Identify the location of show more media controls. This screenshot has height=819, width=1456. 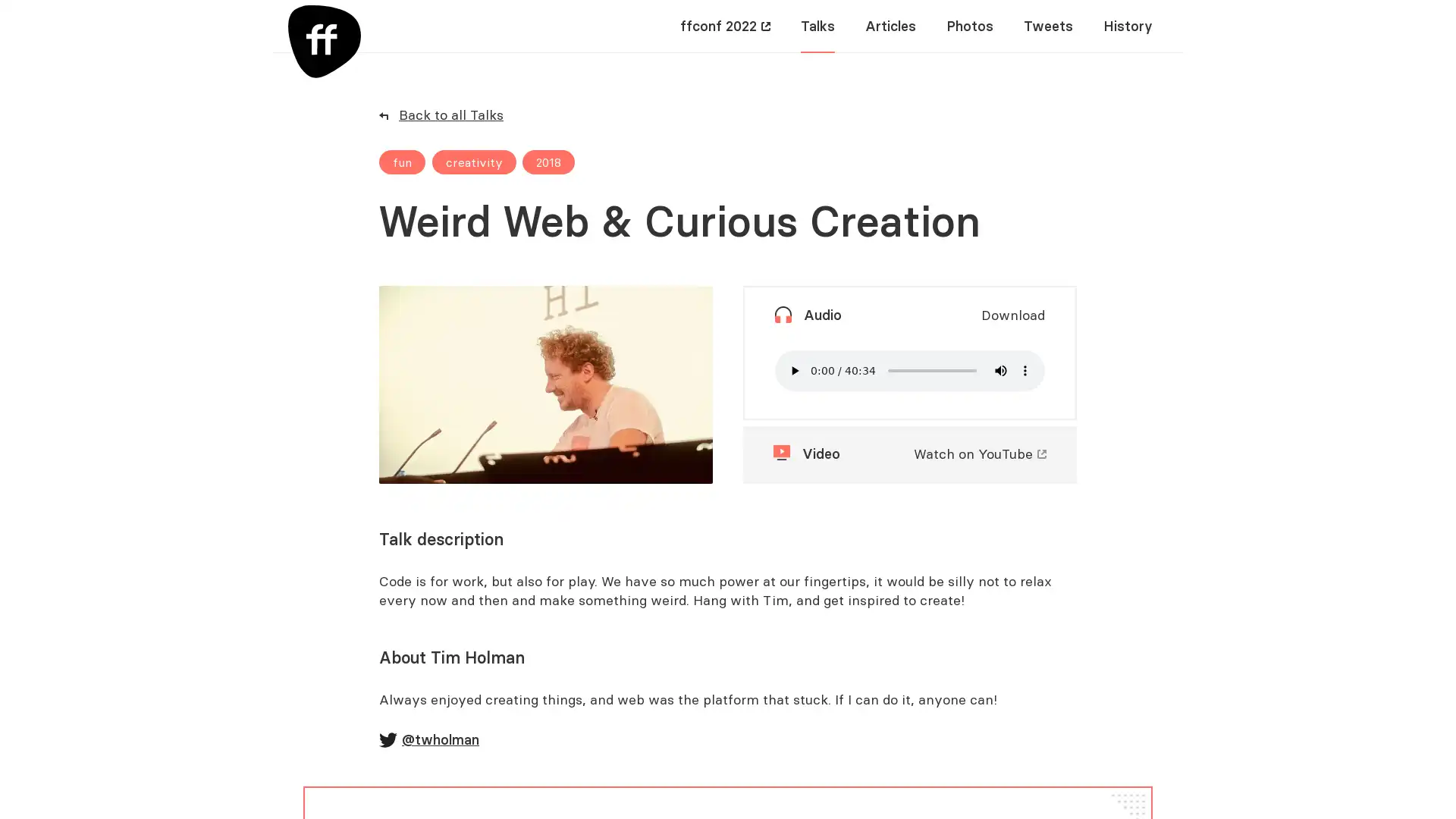
(1025, 371).